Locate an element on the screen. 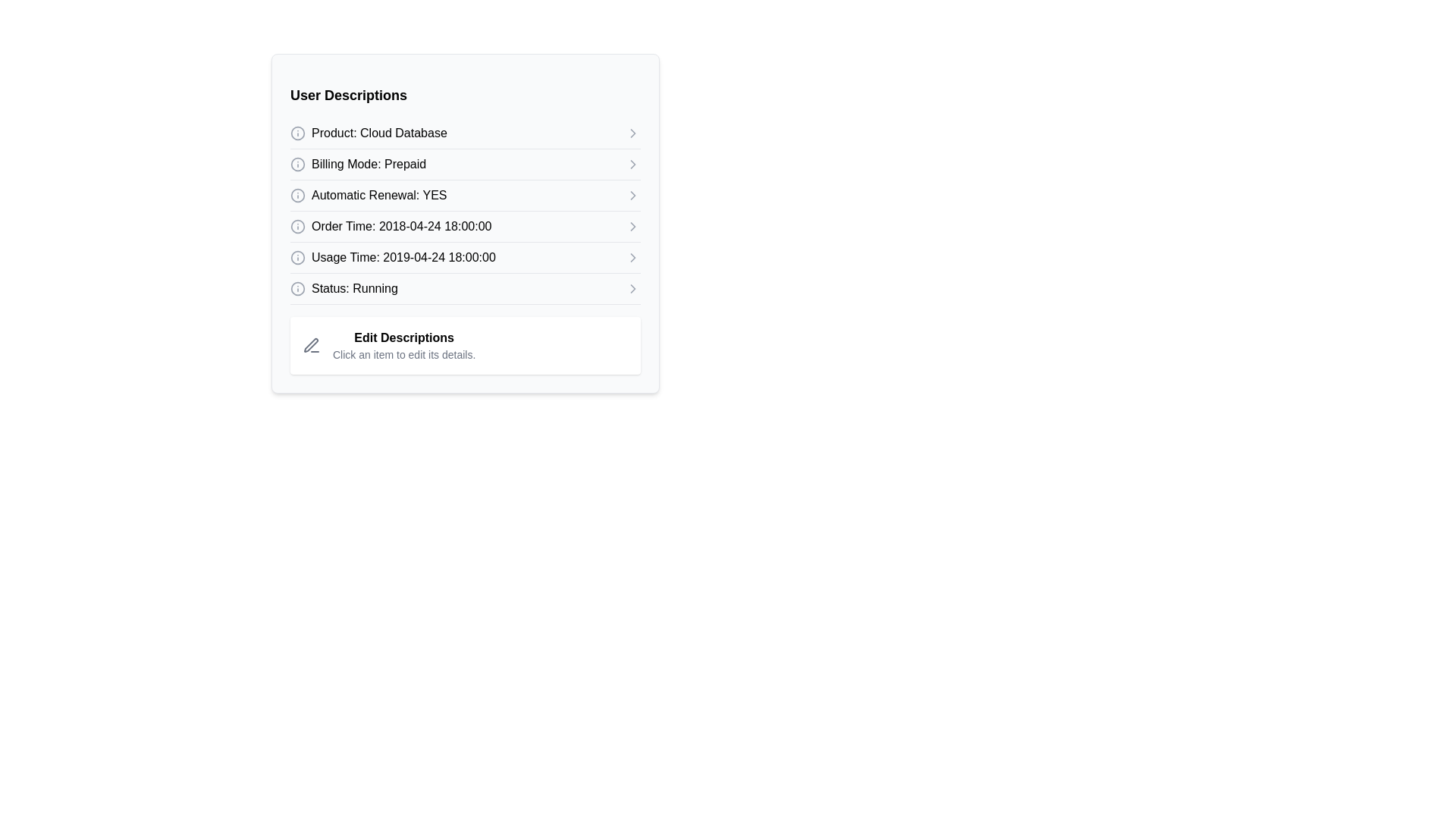  the 'Billing Mode: Prepaid' element is located at coordinates (465, 165).